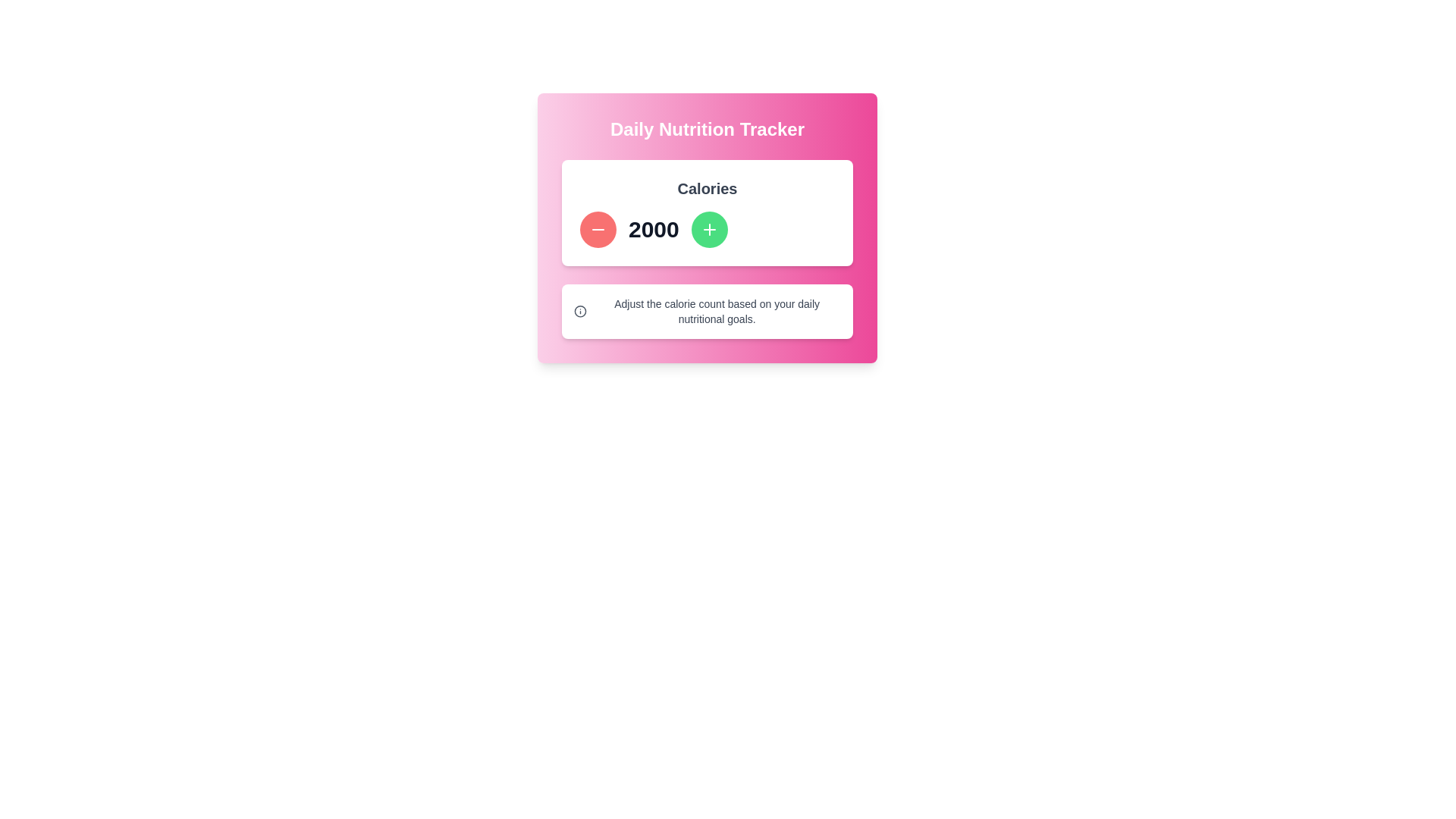  What do you see at coordinates (716, 311) in the screenshot?
I see `the static informational text that provides guidance about adjusting calorie counts, which is located within a white card beneath the calorie information section and right-aligned with an icon` at bounding box center [716, 311].